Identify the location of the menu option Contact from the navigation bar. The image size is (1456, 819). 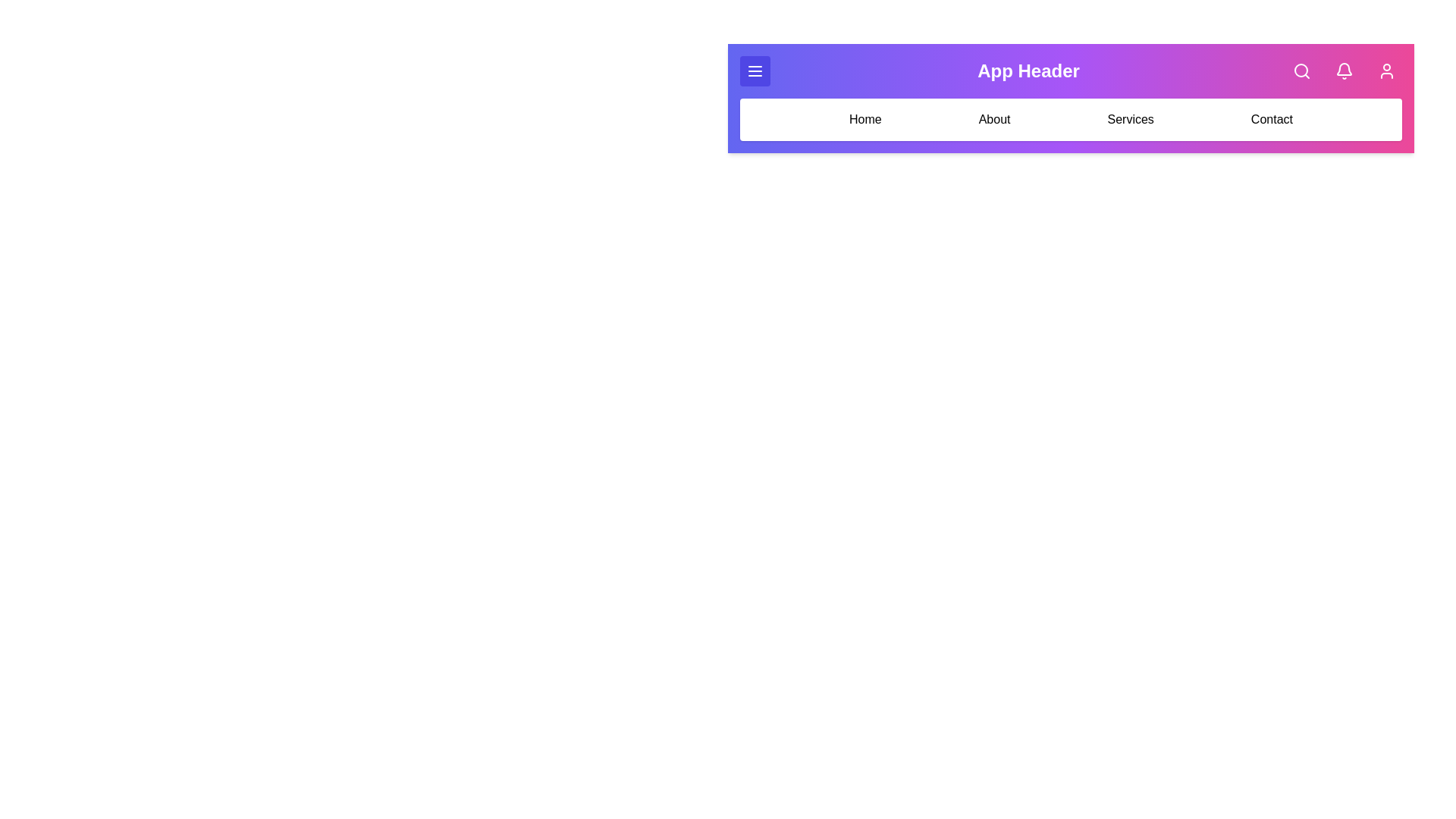
(1271, 119).